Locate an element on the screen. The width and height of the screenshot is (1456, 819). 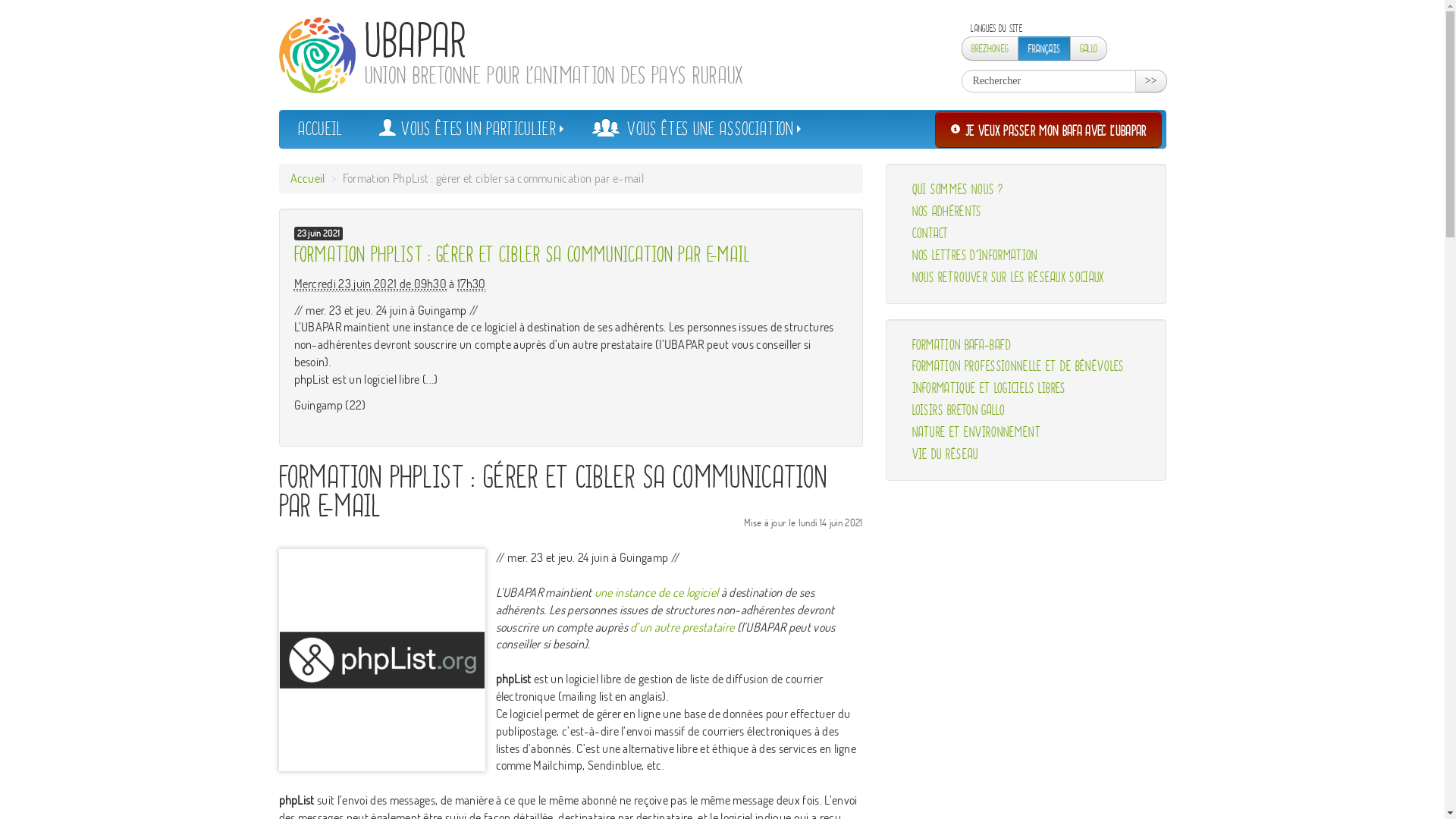
'NATURE ET ENVIRONNEMENT' is located at coordinates (1026, 432).